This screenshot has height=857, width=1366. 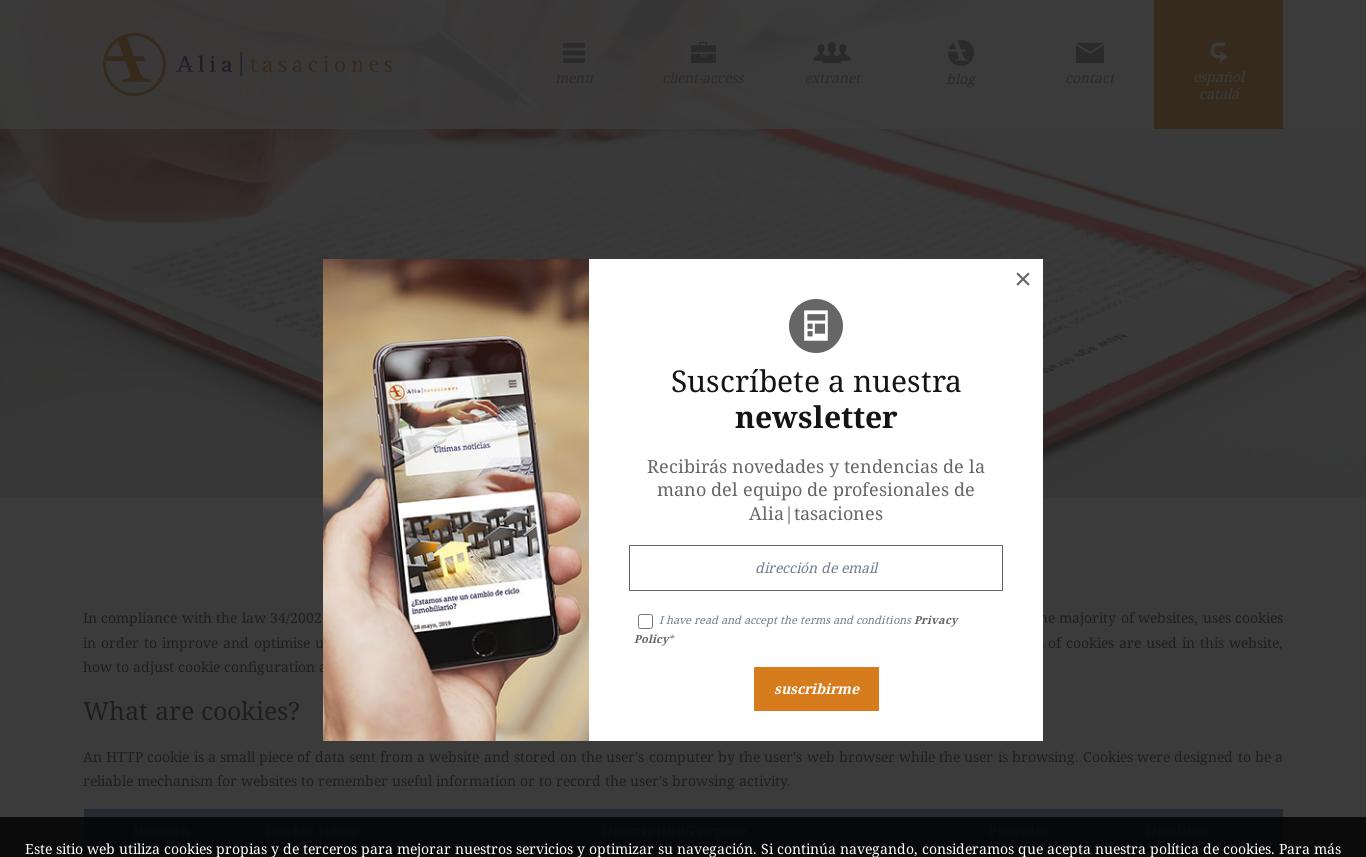 What do you see at coordinates (1218, 92) in the screenshot?
I see `'catalá'` at bounding box center [1218, 92].